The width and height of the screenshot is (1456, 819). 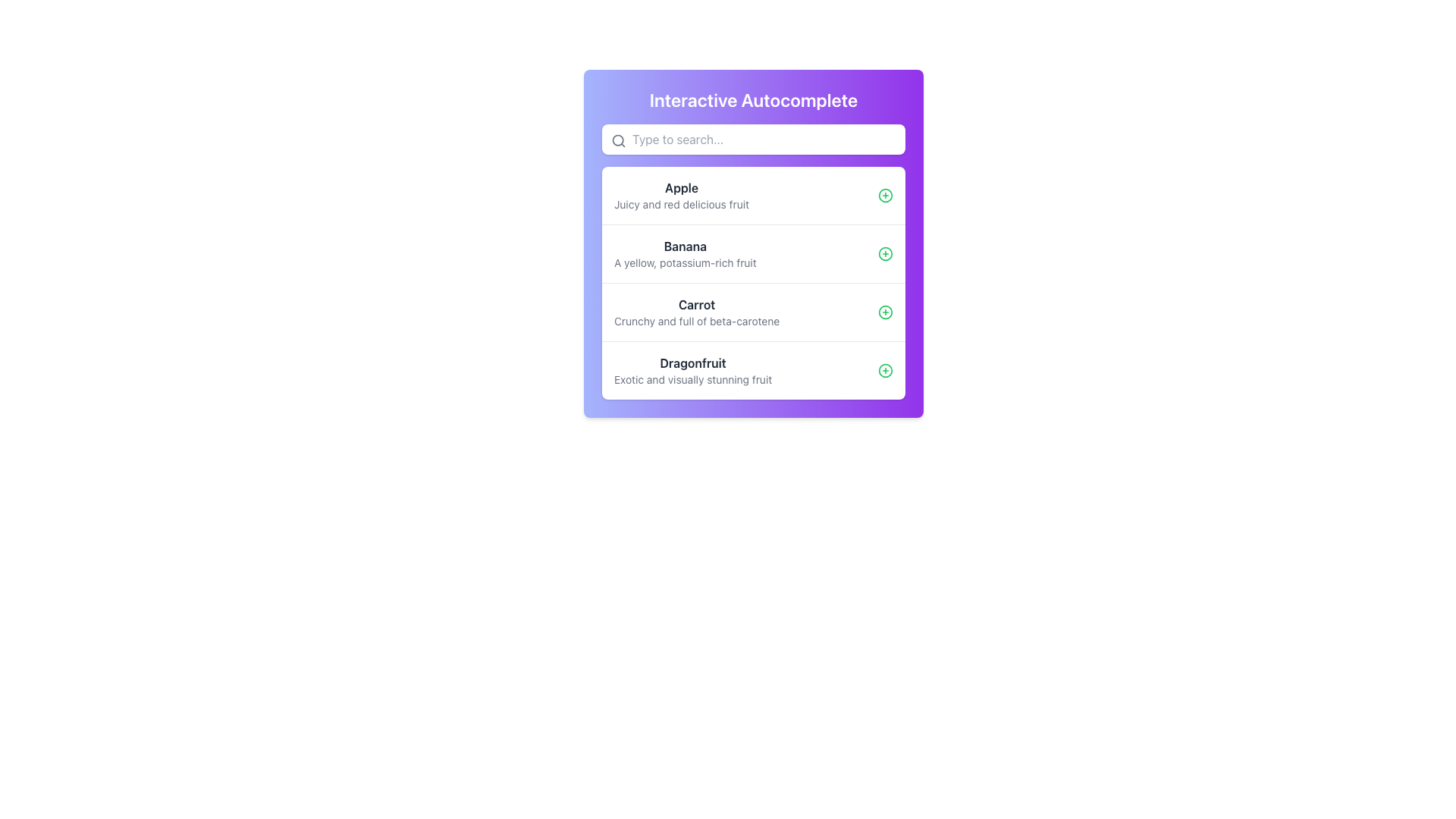 I want to click on the first selectable list item for 'Apple' in the 'Interactive Autocomplete' box, so click(x=753, y=195).